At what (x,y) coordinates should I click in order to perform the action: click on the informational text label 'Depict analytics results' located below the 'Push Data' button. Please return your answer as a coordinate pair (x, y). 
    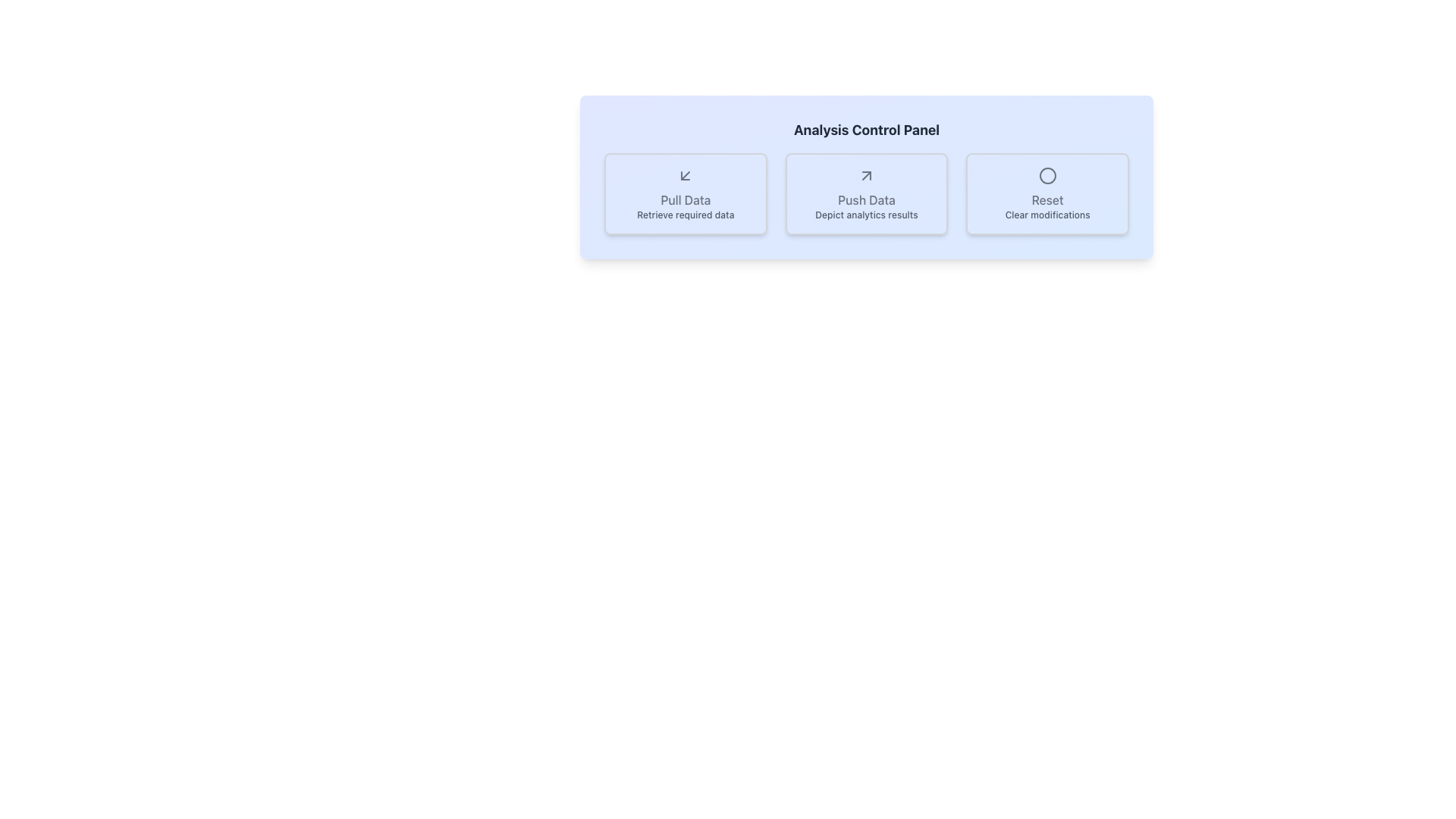
    Looking at the image, I should click on (866, 215).